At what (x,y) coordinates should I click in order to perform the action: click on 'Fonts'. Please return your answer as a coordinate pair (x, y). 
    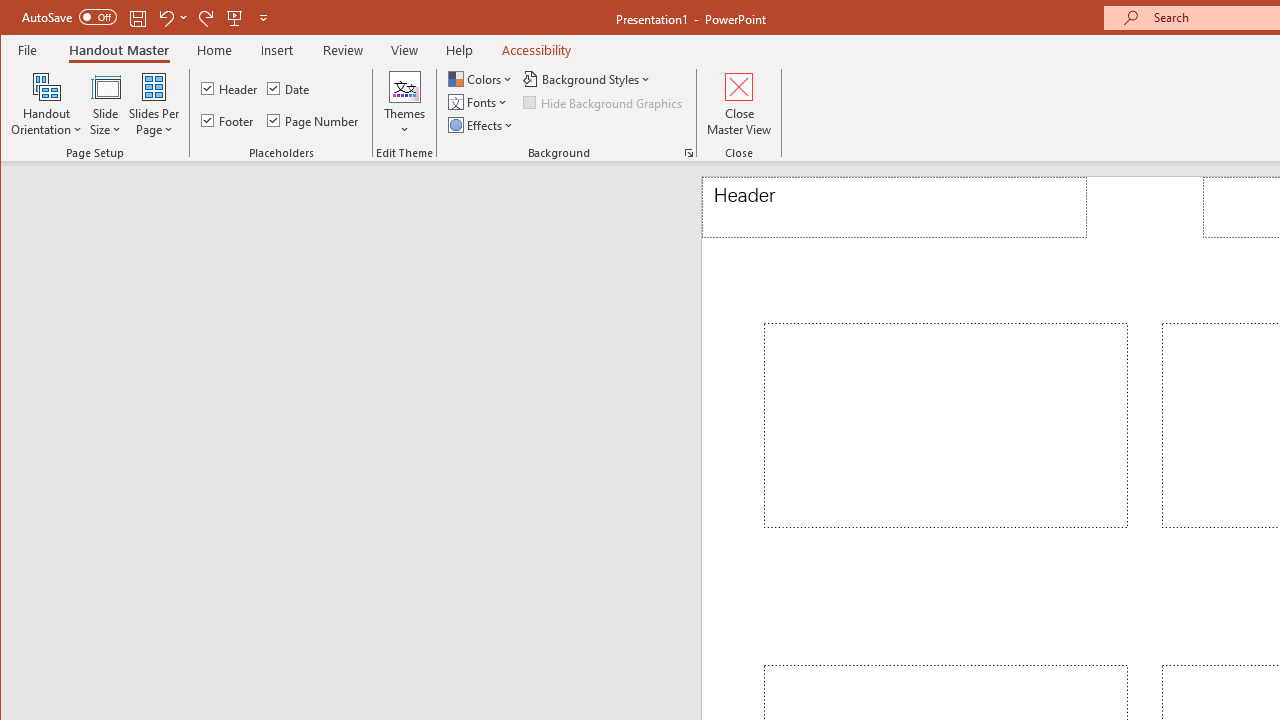
    Looking at the image, I should click on (480, 102).